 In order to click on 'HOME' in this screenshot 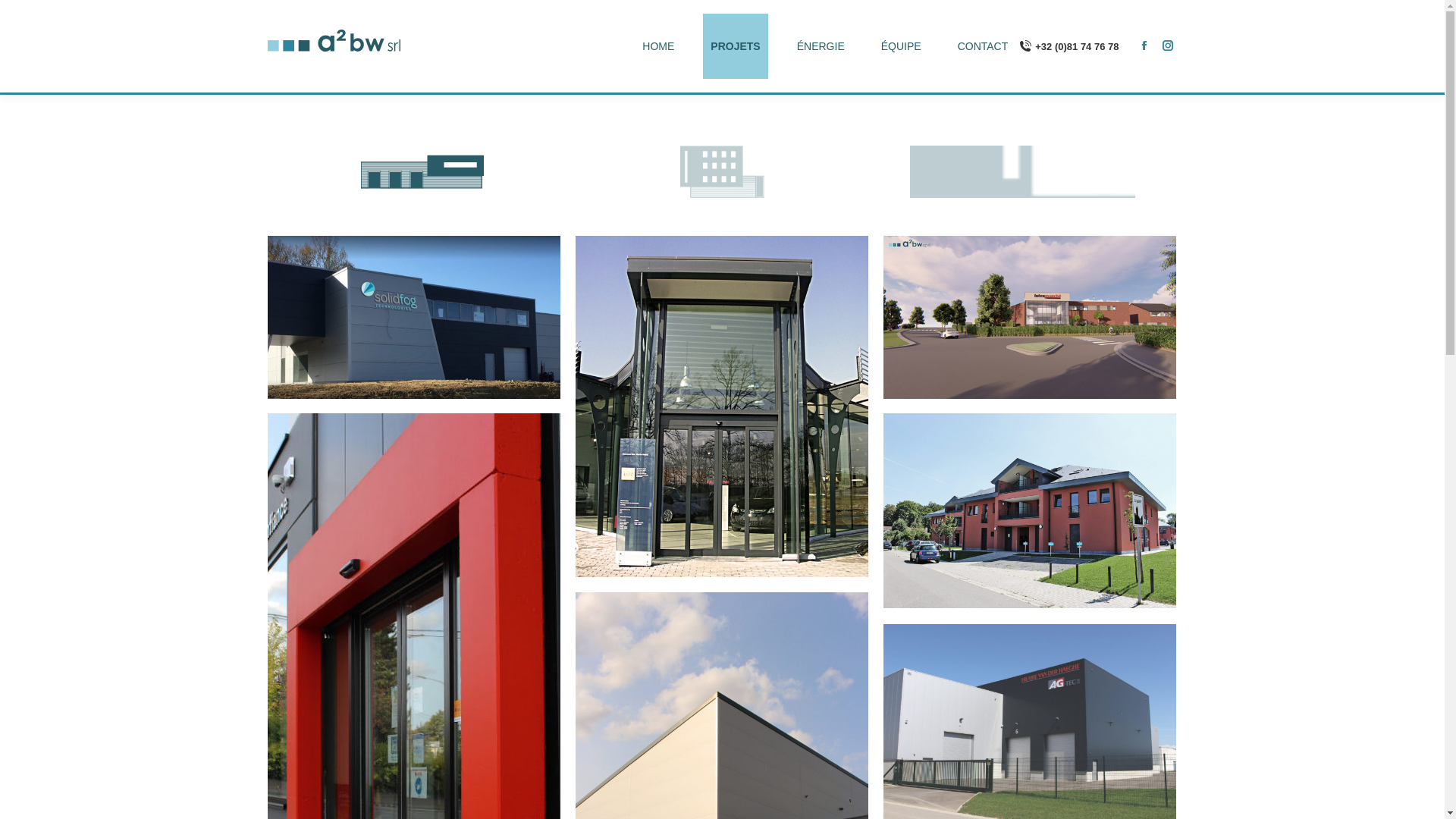, I will do `click(658, 45)`.